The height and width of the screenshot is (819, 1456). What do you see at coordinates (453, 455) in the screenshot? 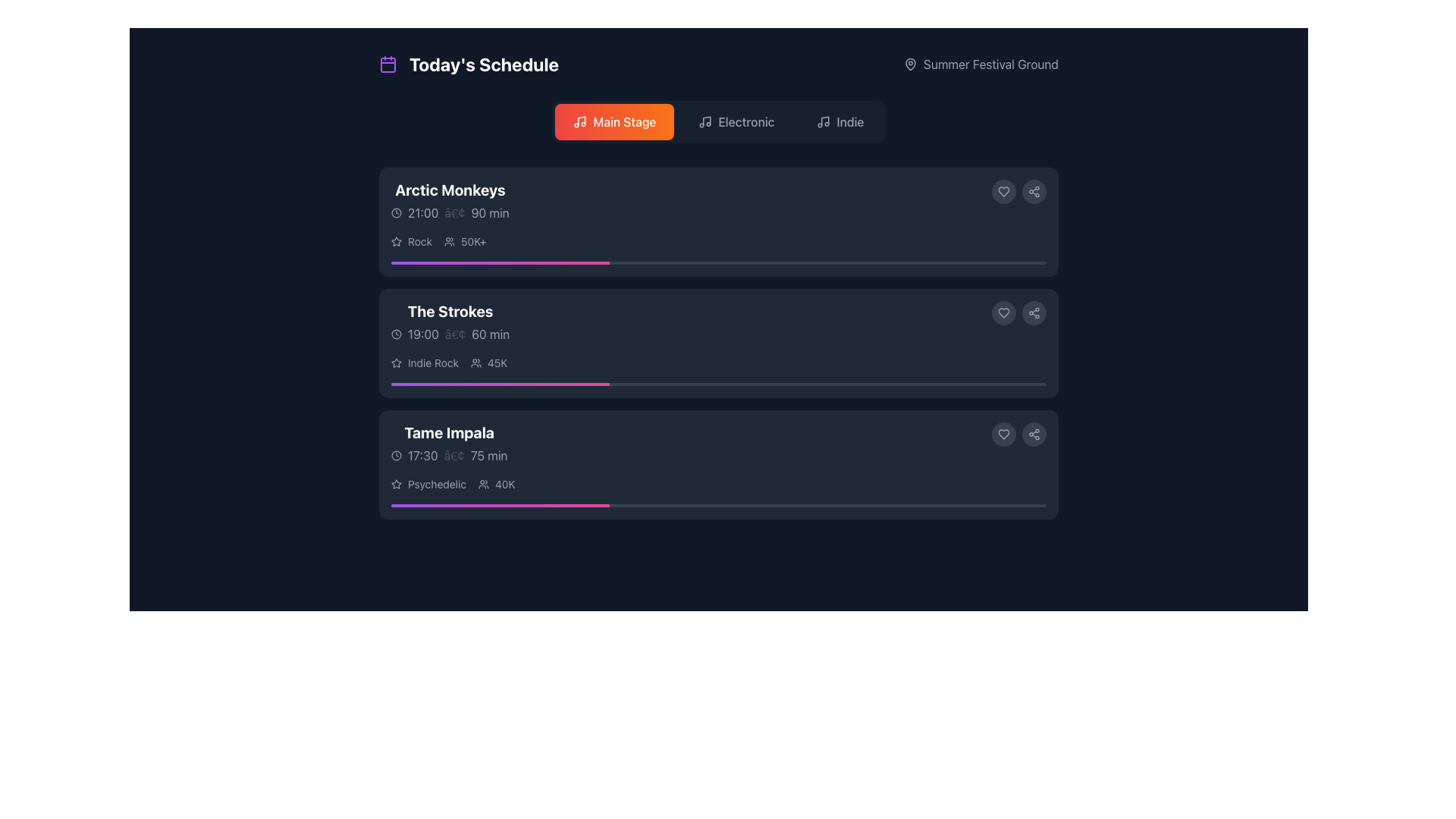
I see `the small gray circular bullet point that separates '17:30' and '75 min' in the time and duration information for 'Tame Impala'` at bounding box center [453, 455].